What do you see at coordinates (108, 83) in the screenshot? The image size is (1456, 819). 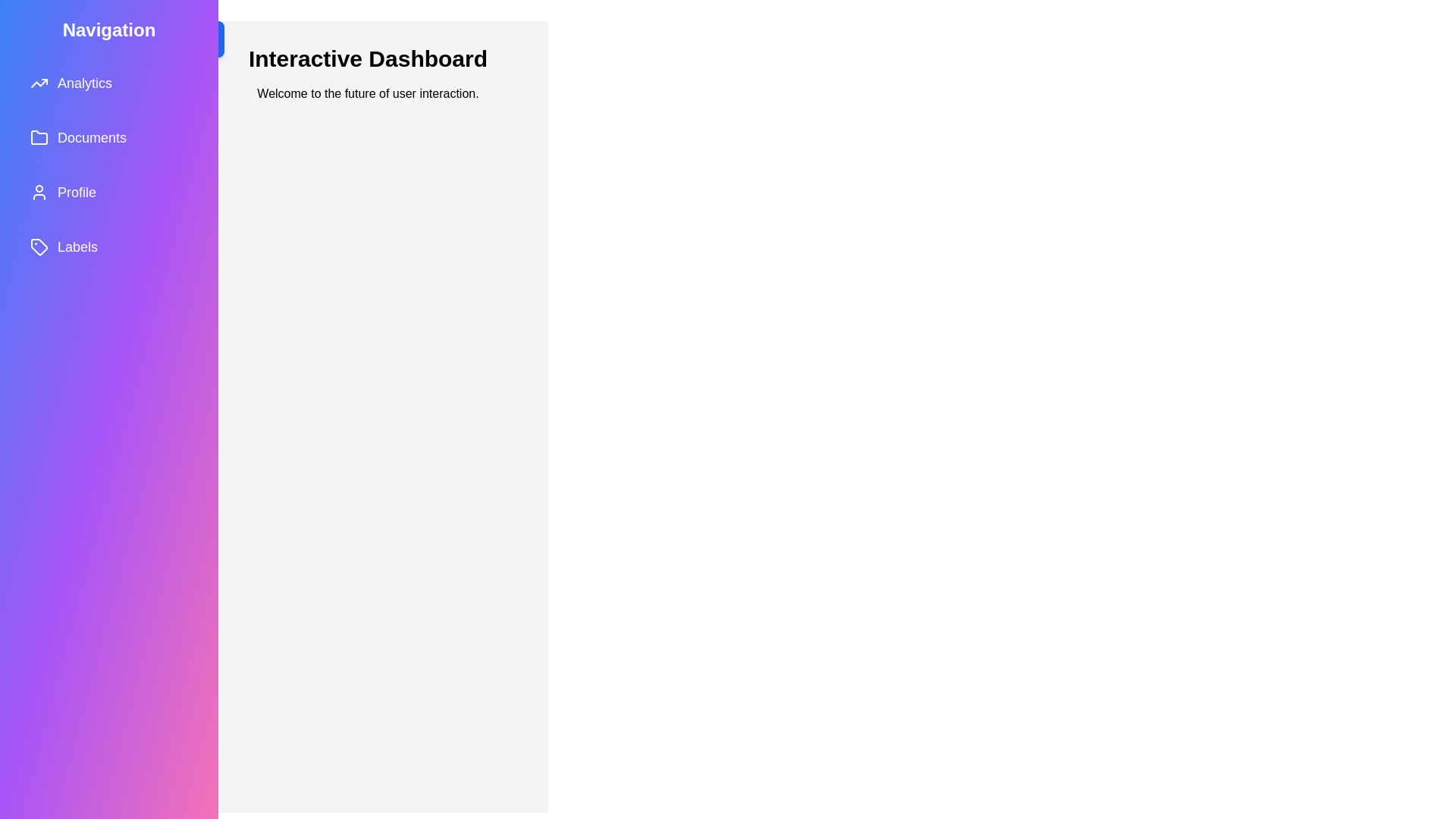 I see `the navigation item Analytics in the drawer` at bounding box center [108, 83].